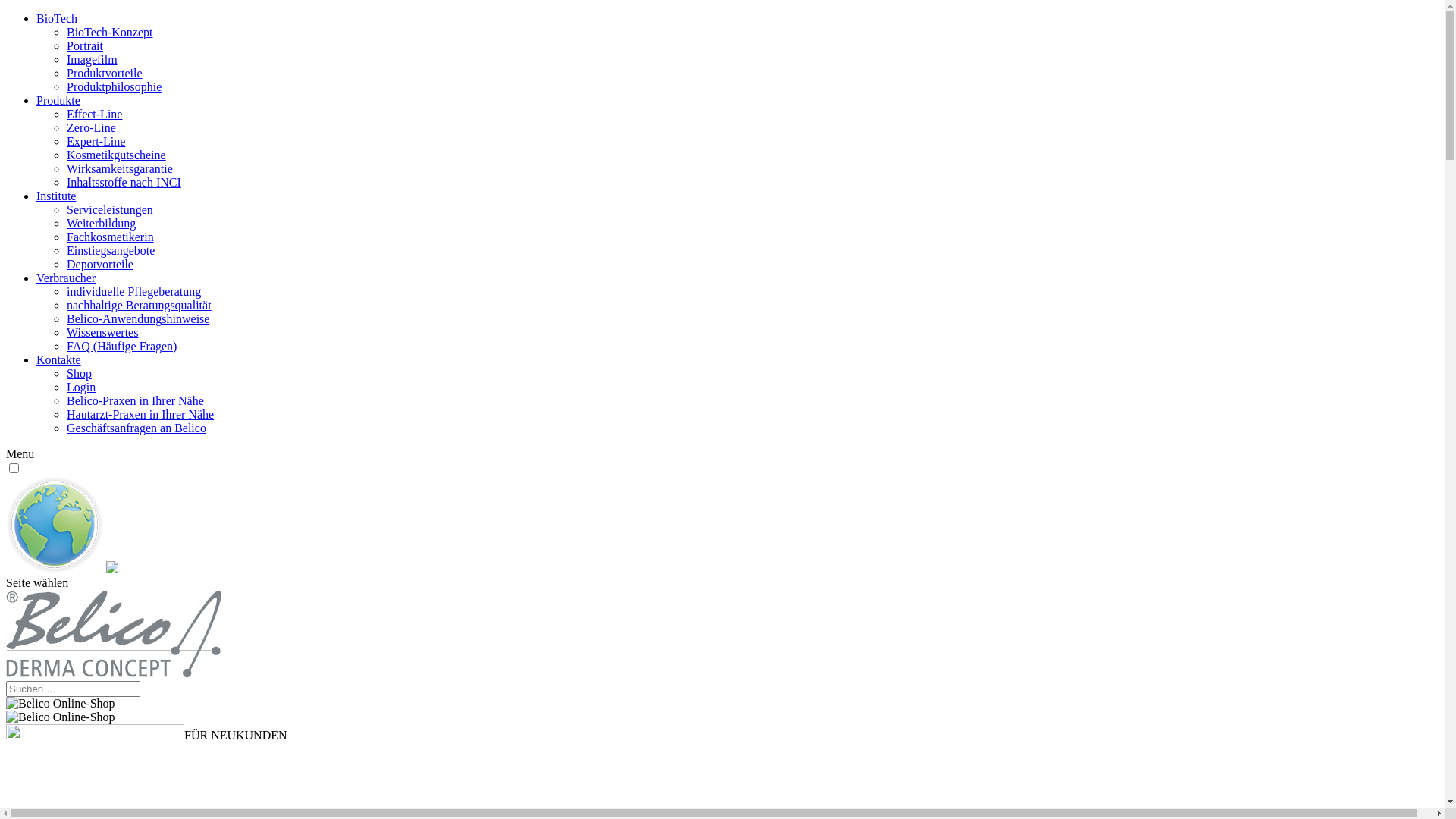  Describe the element at coordinates (55, 195) in the screenshot. I see `'Institute'` at that location.